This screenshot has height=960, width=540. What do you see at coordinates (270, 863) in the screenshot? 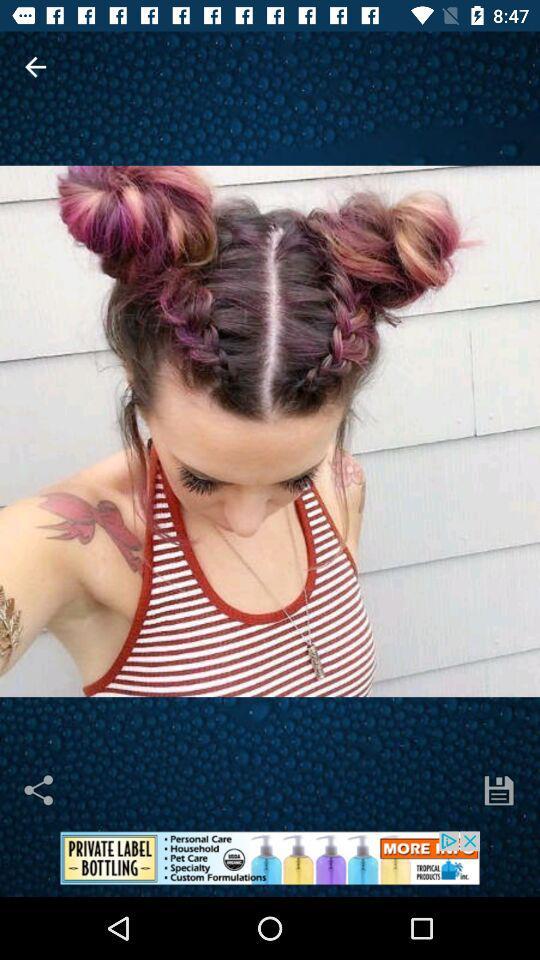
I see `advertising` at bounding box center [270, 863].